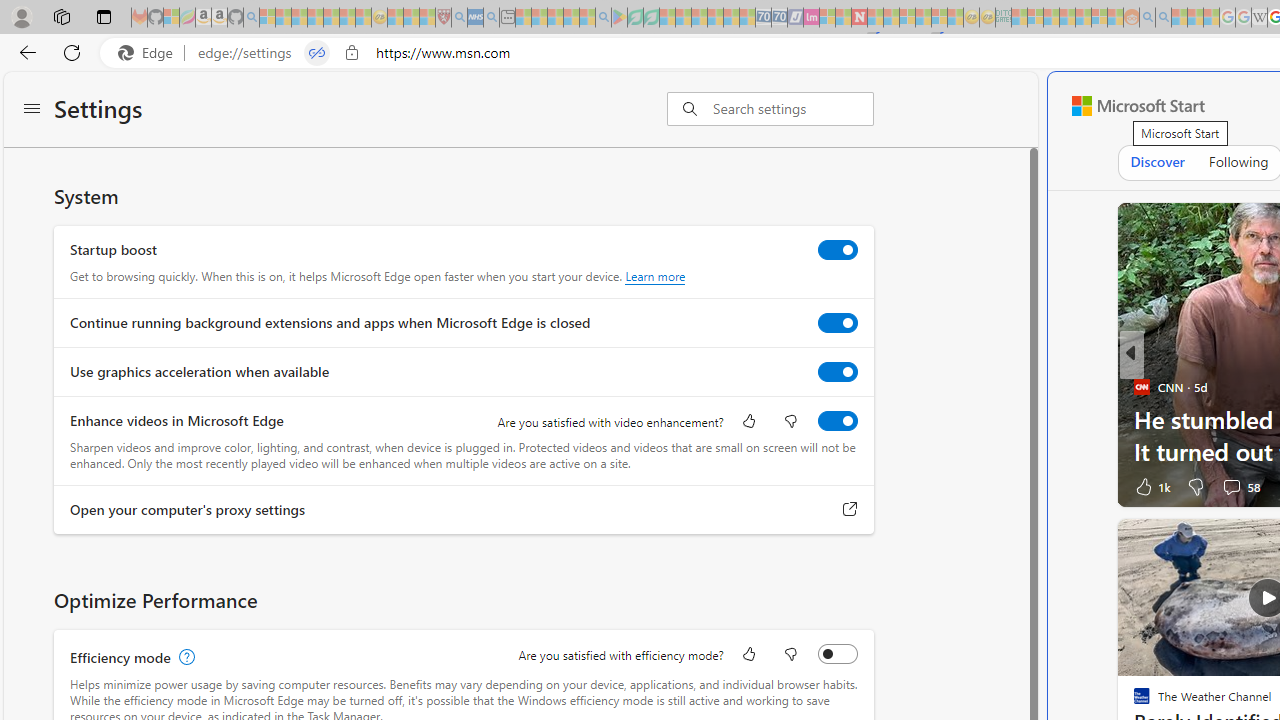 The width and height of the screenshot is (1280, 720). I want to click on 'ScienceAlert', so click(1141, 387).